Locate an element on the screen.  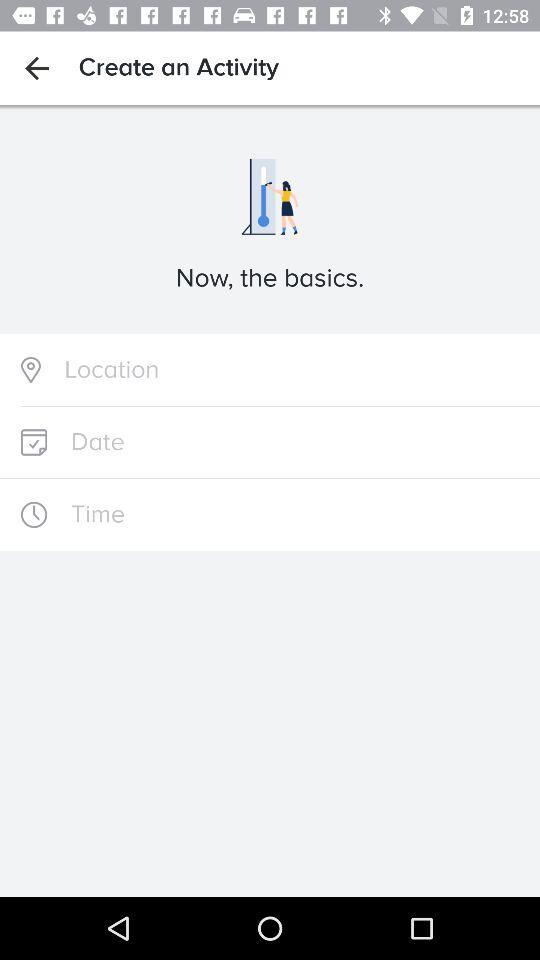
the icon next to the create an activity item is located at coordinates (36, 68).